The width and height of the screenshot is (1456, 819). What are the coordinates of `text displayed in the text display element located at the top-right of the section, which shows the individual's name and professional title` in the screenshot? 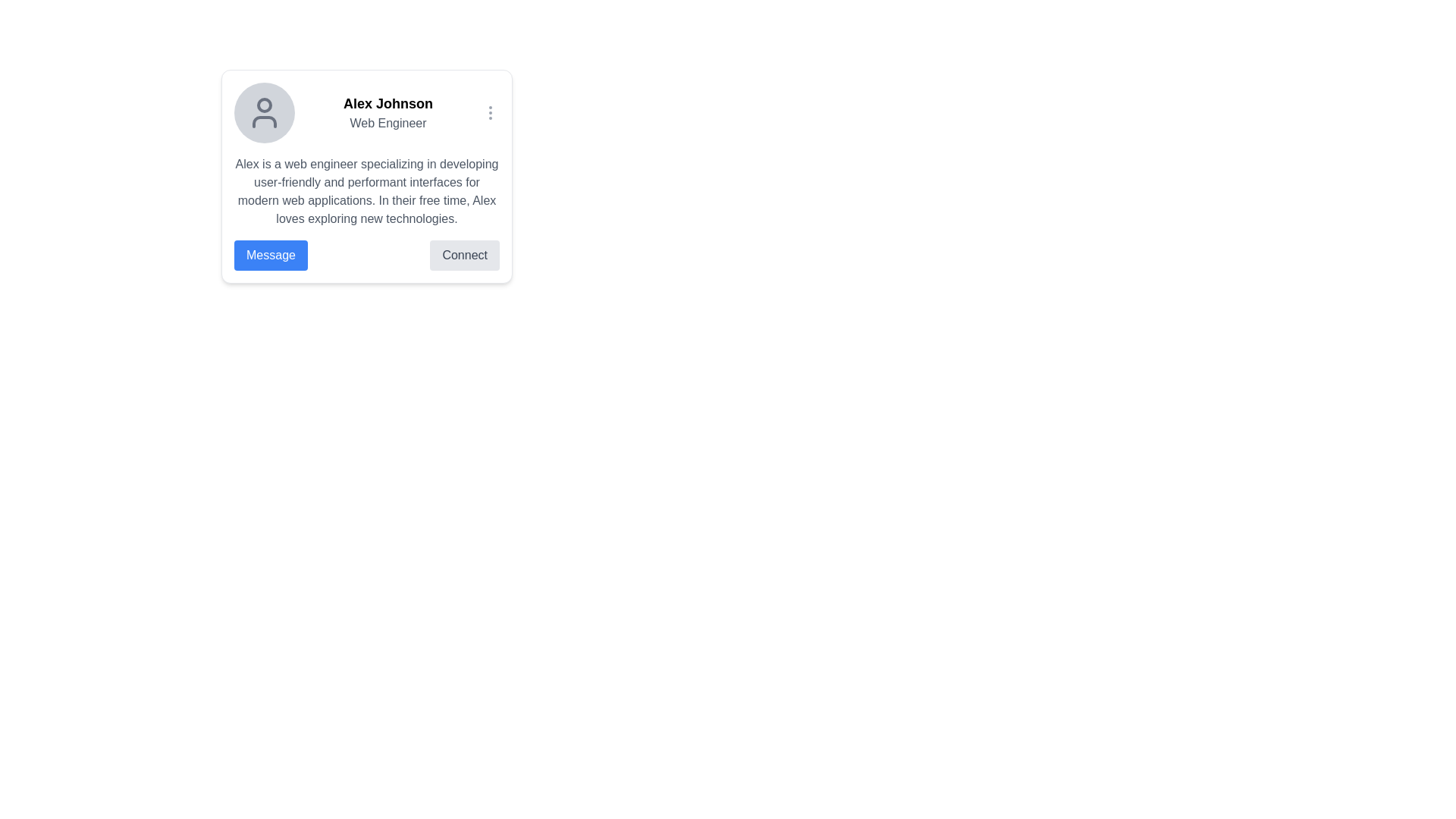 It's located at (388, 112).